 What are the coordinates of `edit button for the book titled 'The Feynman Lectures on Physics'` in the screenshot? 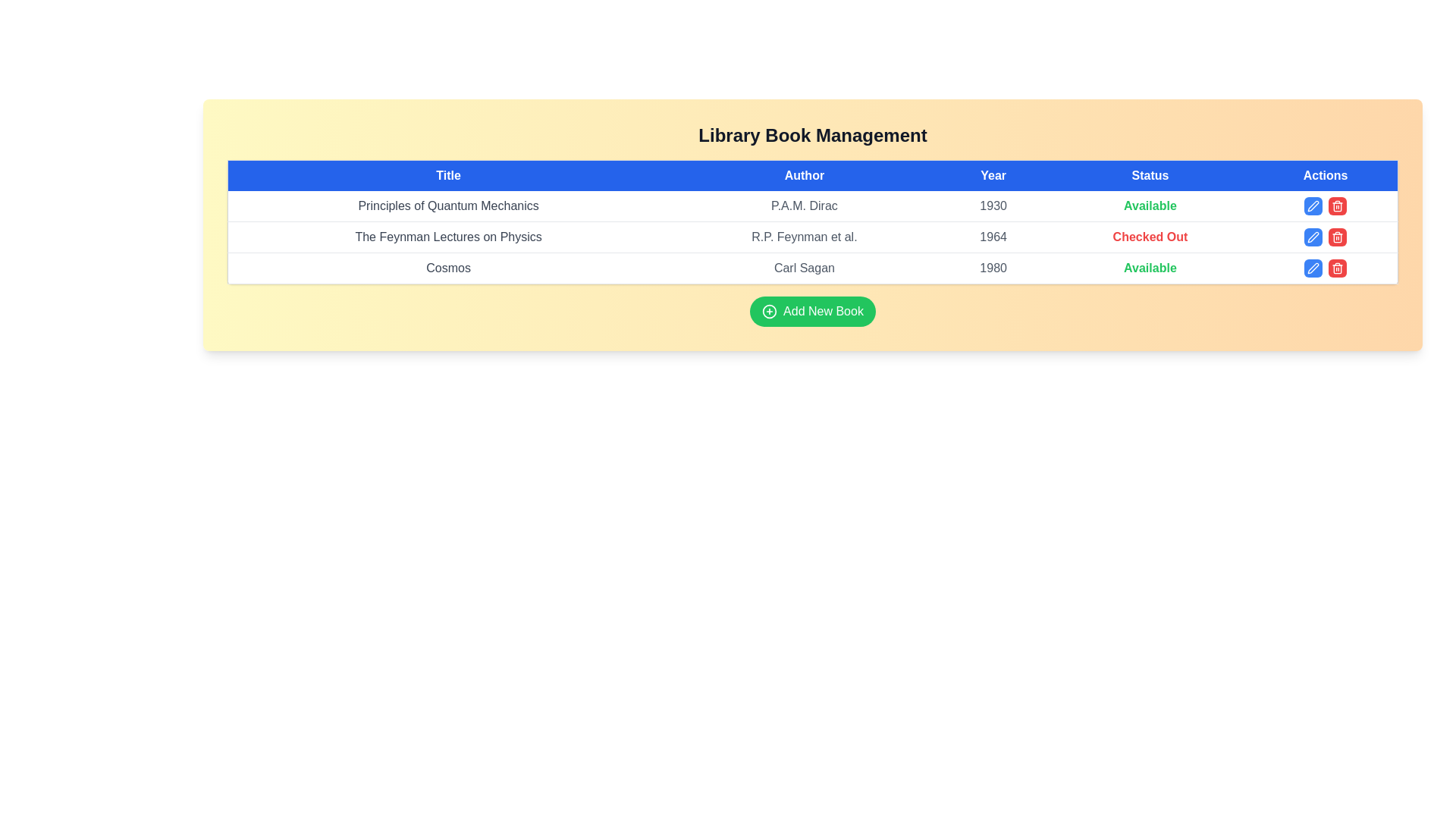 It's located at (1313, 237).